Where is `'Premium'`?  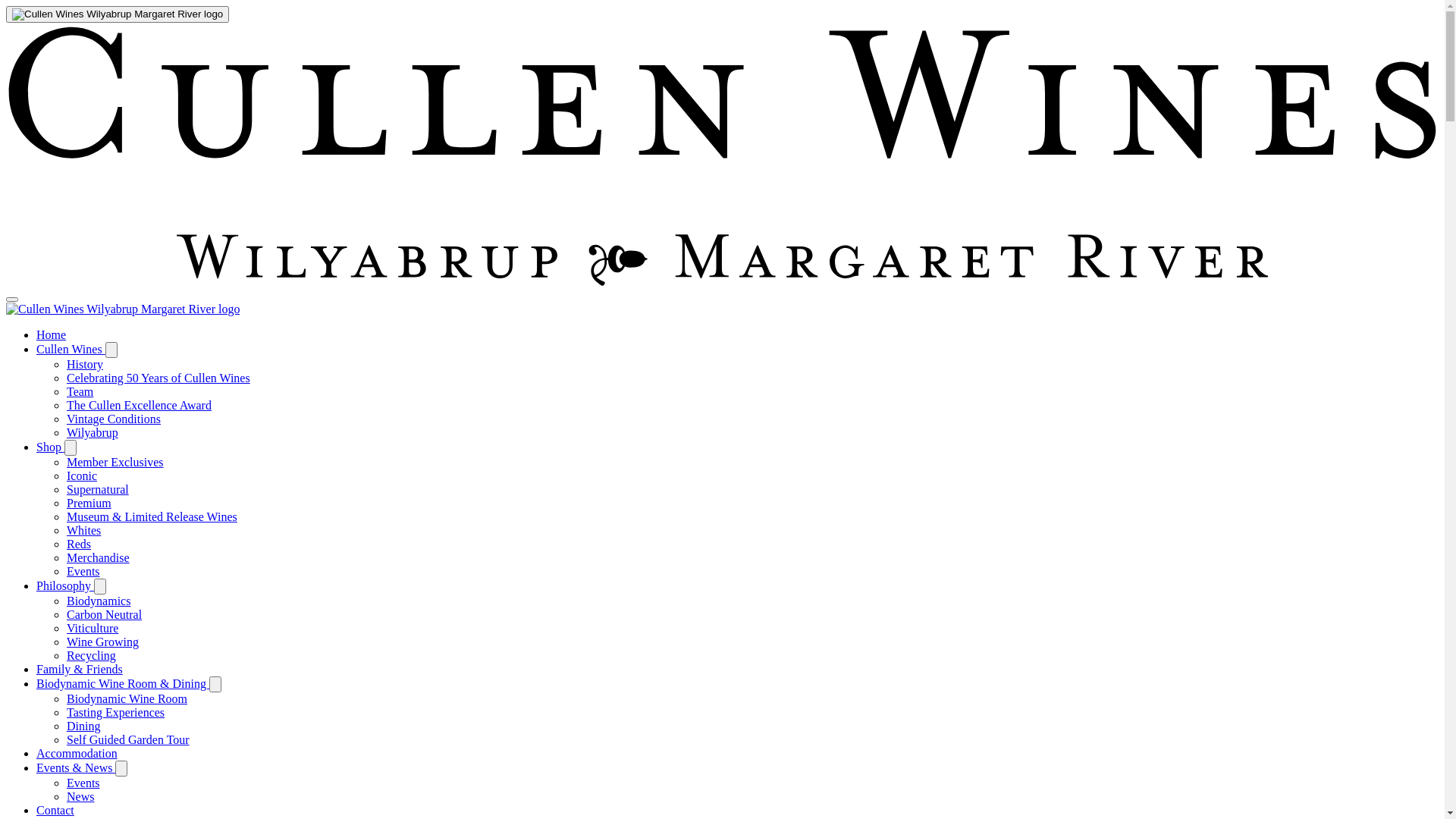
'Premium' is located at coordinates (88, 503).